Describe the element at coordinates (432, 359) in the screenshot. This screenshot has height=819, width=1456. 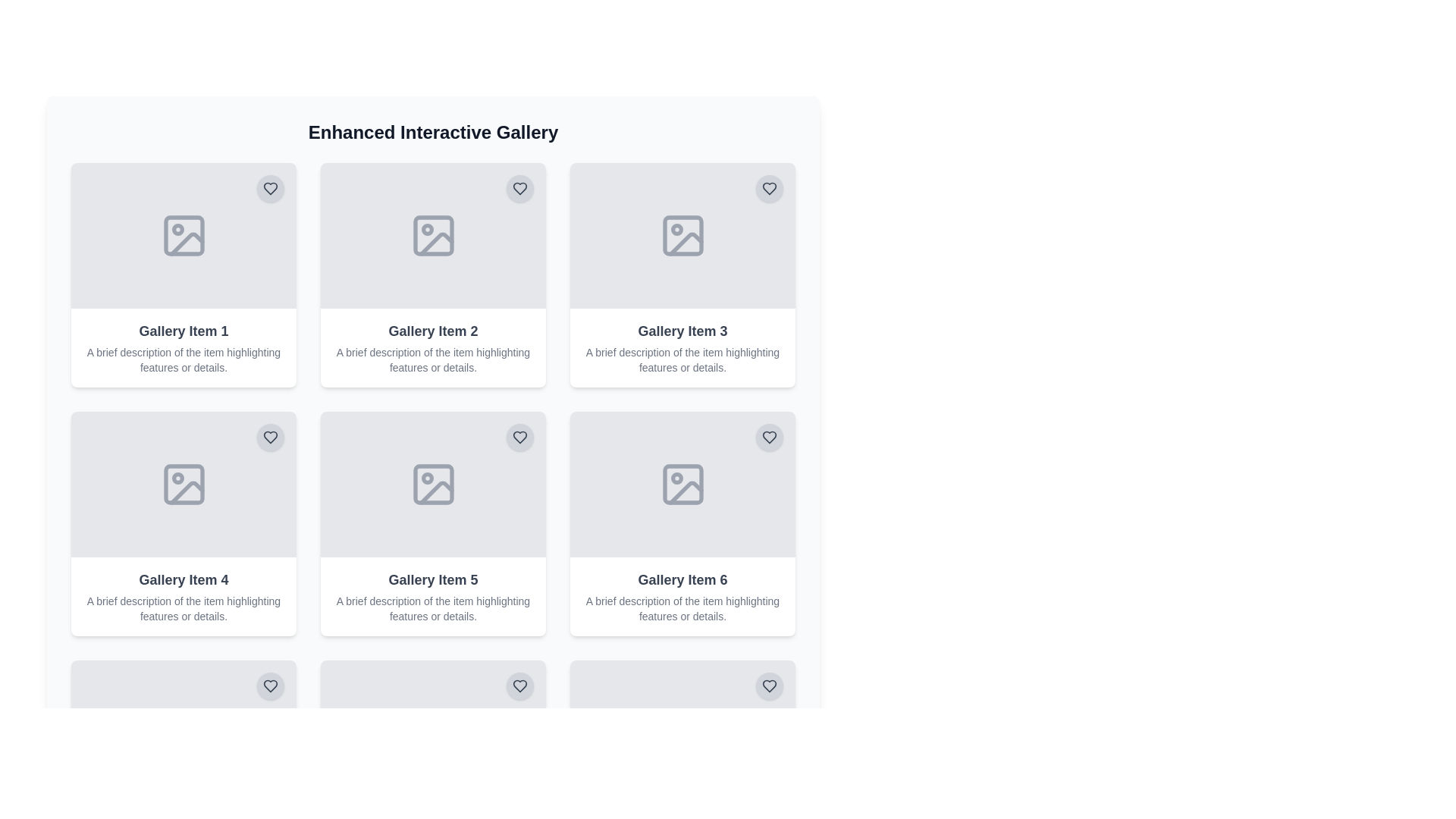
I see `the text element that provides a brief description for 'Gallery Item 2', located in the second column of the first row, below the title text` at that location.